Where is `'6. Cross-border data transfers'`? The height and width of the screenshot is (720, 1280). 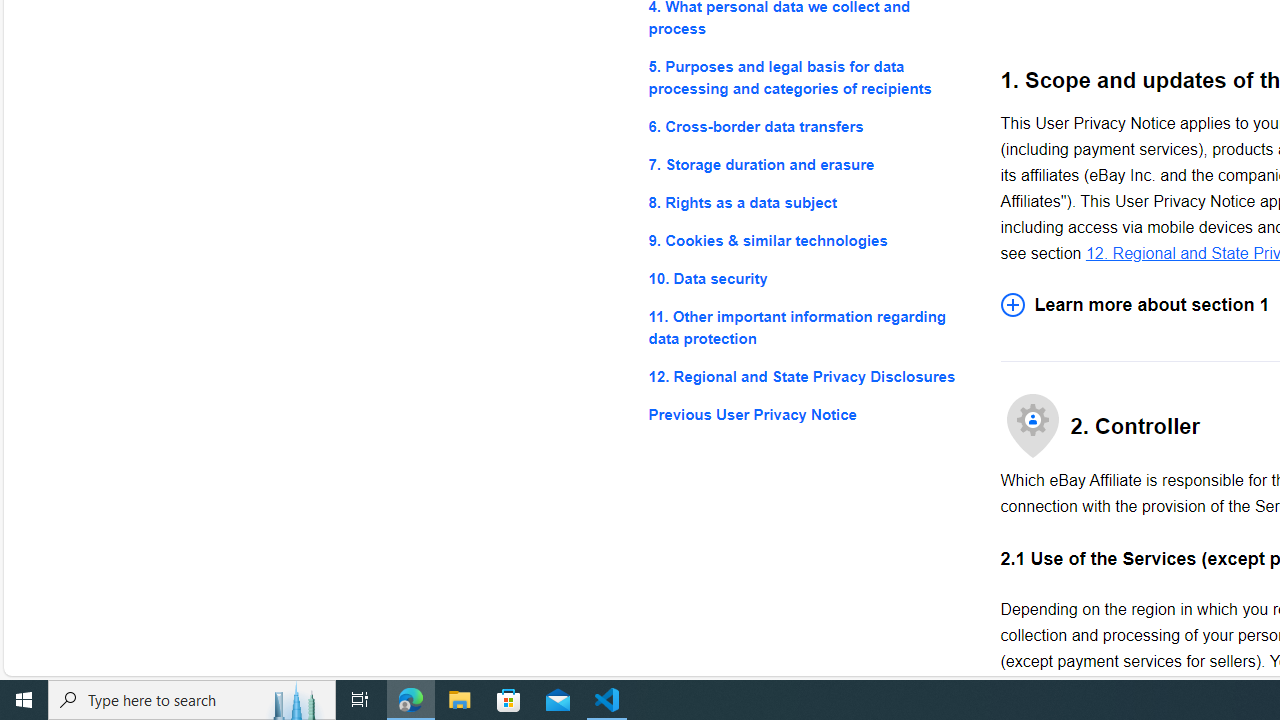
'6. Cross-border data transfers' is located at coordinates (808, 126).